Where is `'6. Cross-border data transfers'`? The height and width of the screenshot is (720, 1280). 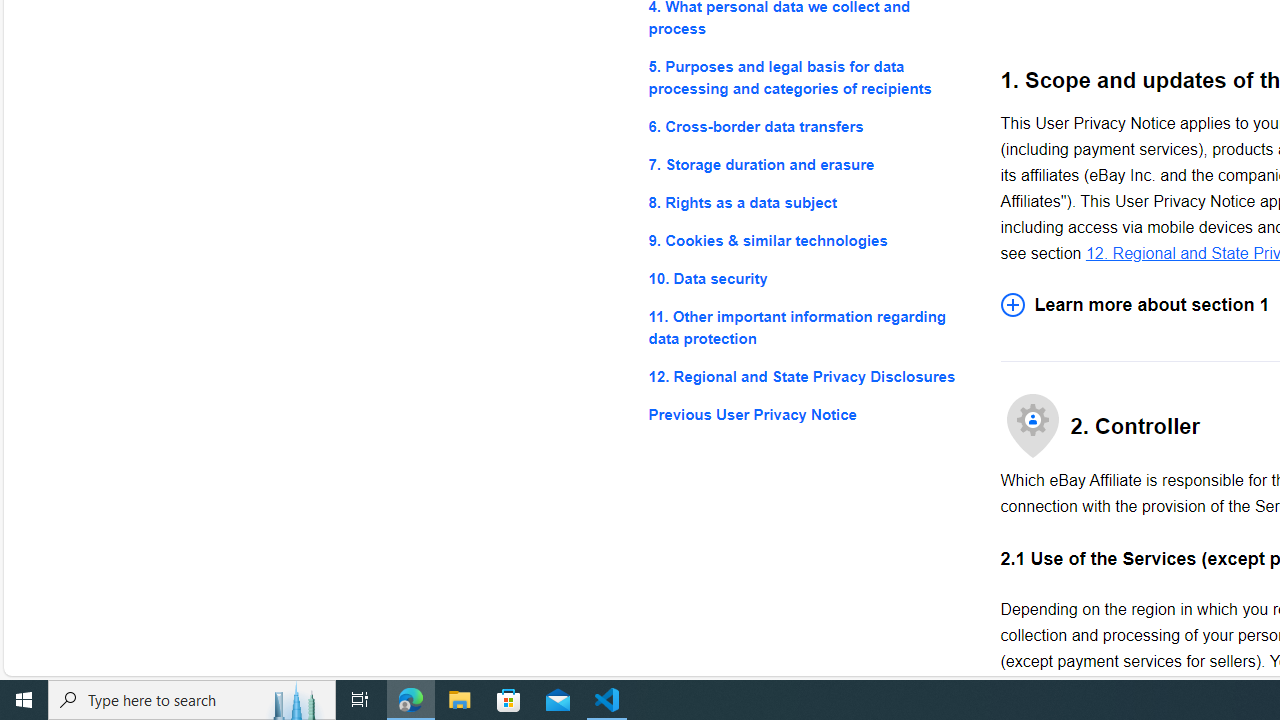
'6. Cross-border data transfers' is located at coordinates (808, 126).